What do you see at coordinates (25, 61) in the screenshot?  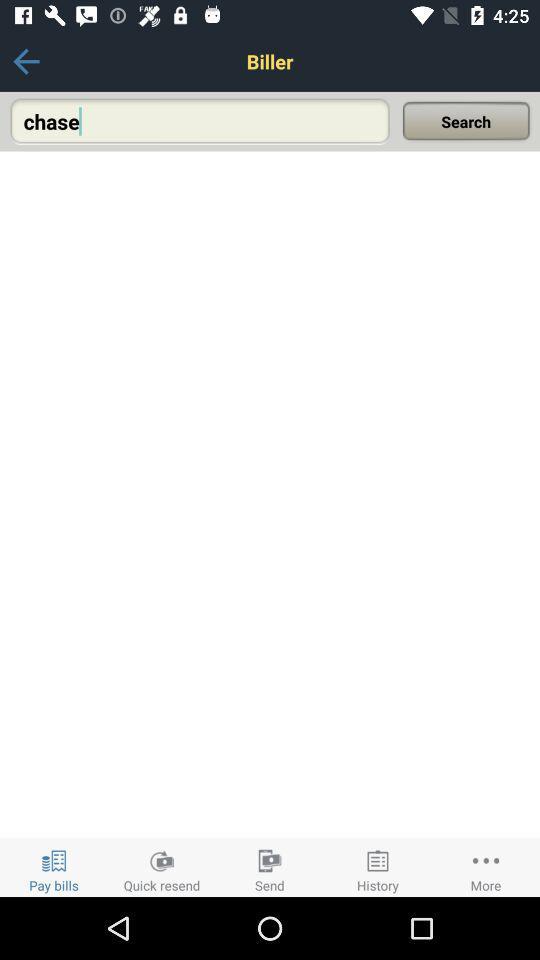 I see `next` at bounding box center [25, 61].